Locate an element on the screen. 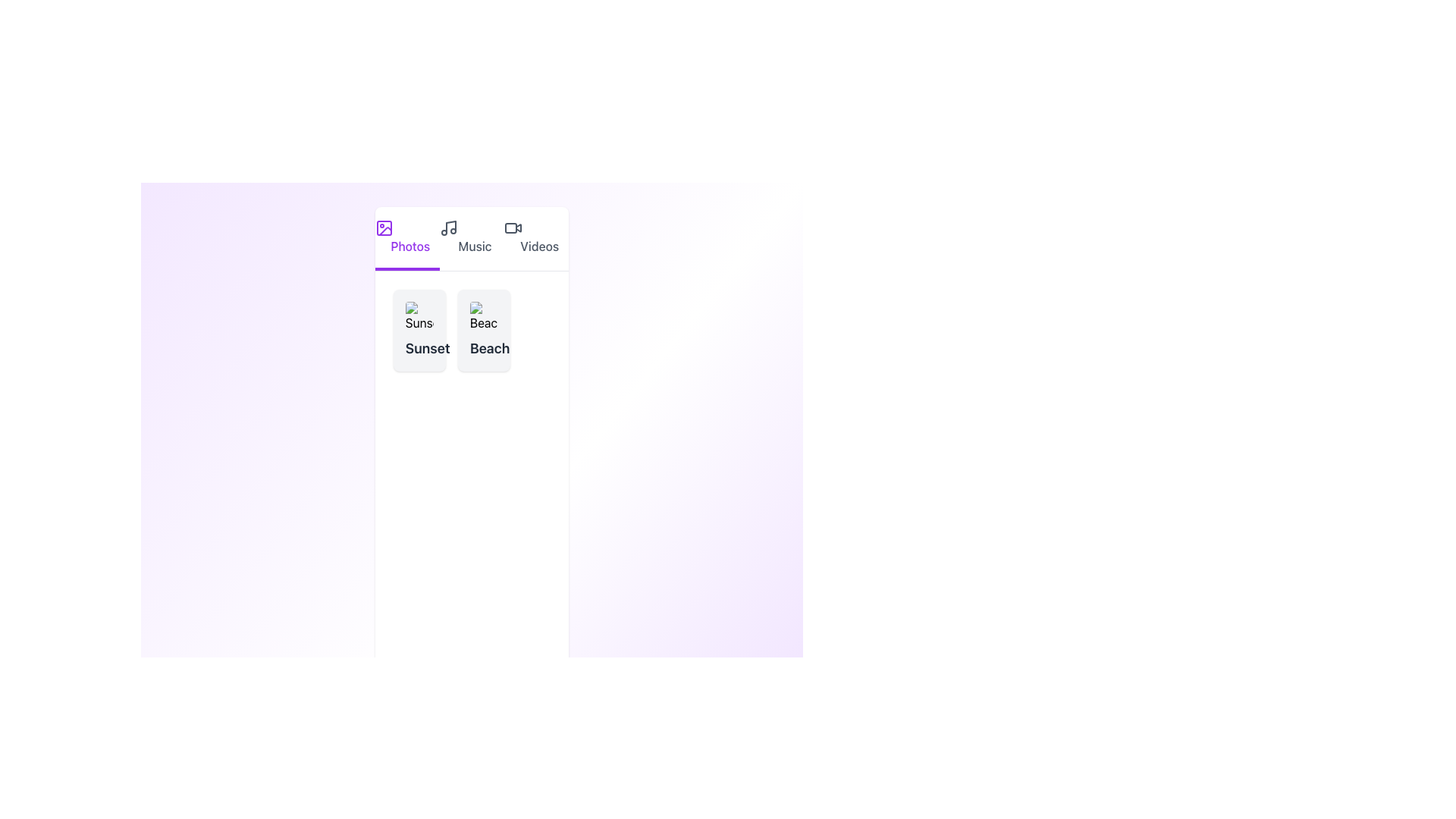 The image size is (1456, 819). the text label displaying 'Music' located in the top navigation bar, positioned between the 'Photos' and 'Videos' sections is located at coordinates (474, 245).